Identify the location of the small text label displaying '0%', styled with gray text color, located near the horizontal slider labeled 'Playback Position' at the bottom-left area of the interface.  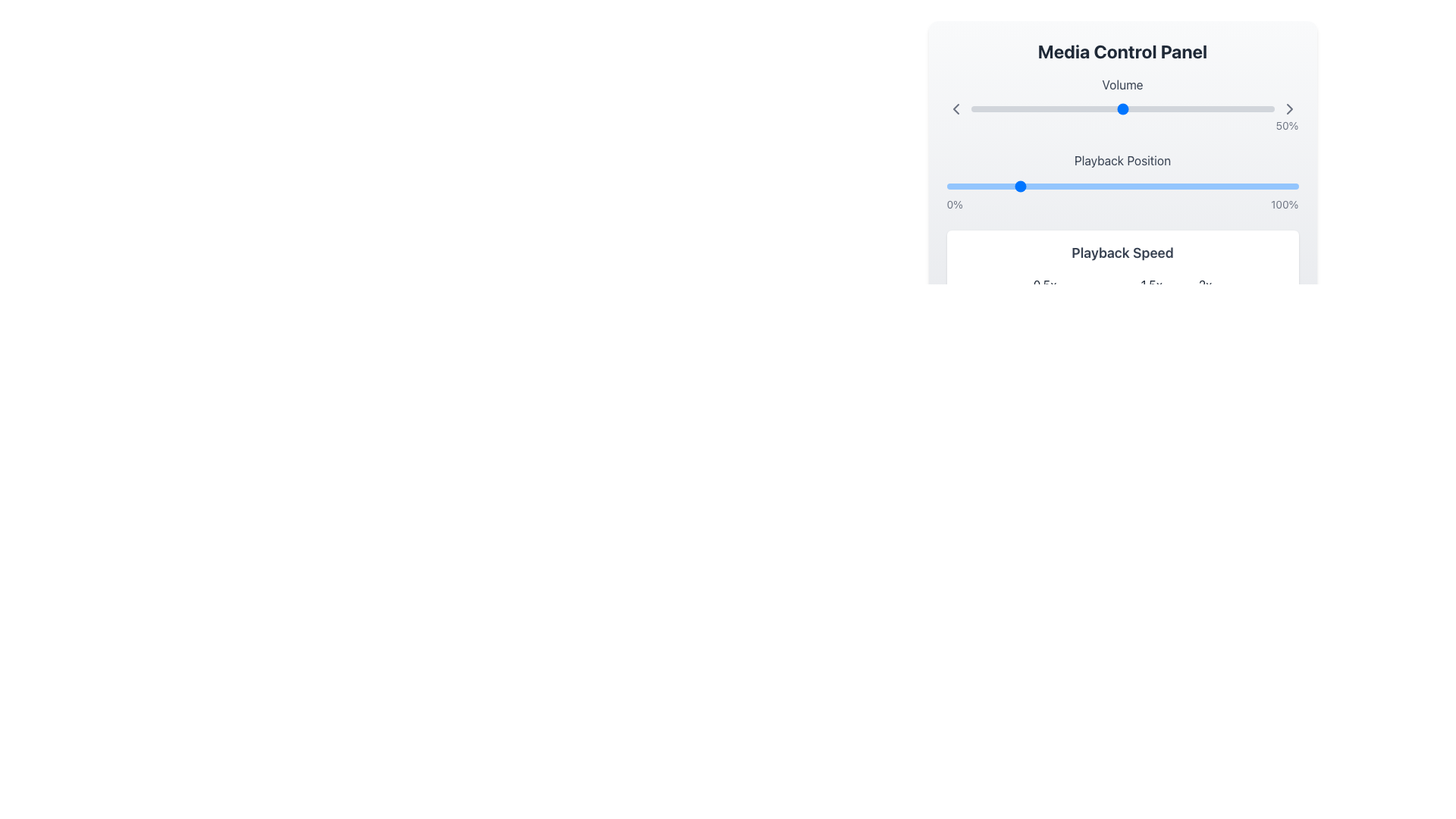
(954, 205).